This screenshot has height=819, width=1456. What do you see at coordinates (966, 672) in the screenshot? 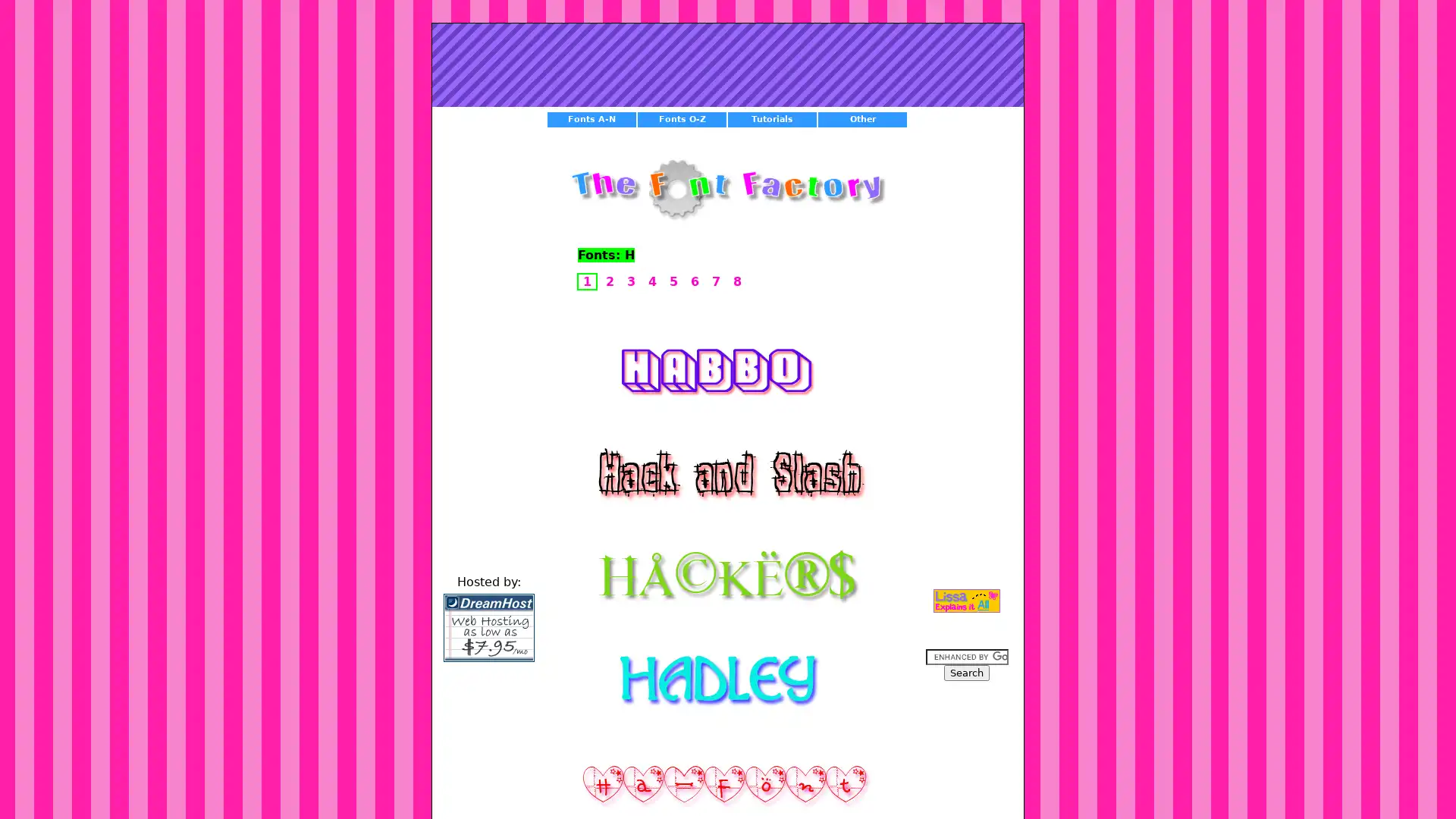
I see `Search` at bounding box center [966, 672].